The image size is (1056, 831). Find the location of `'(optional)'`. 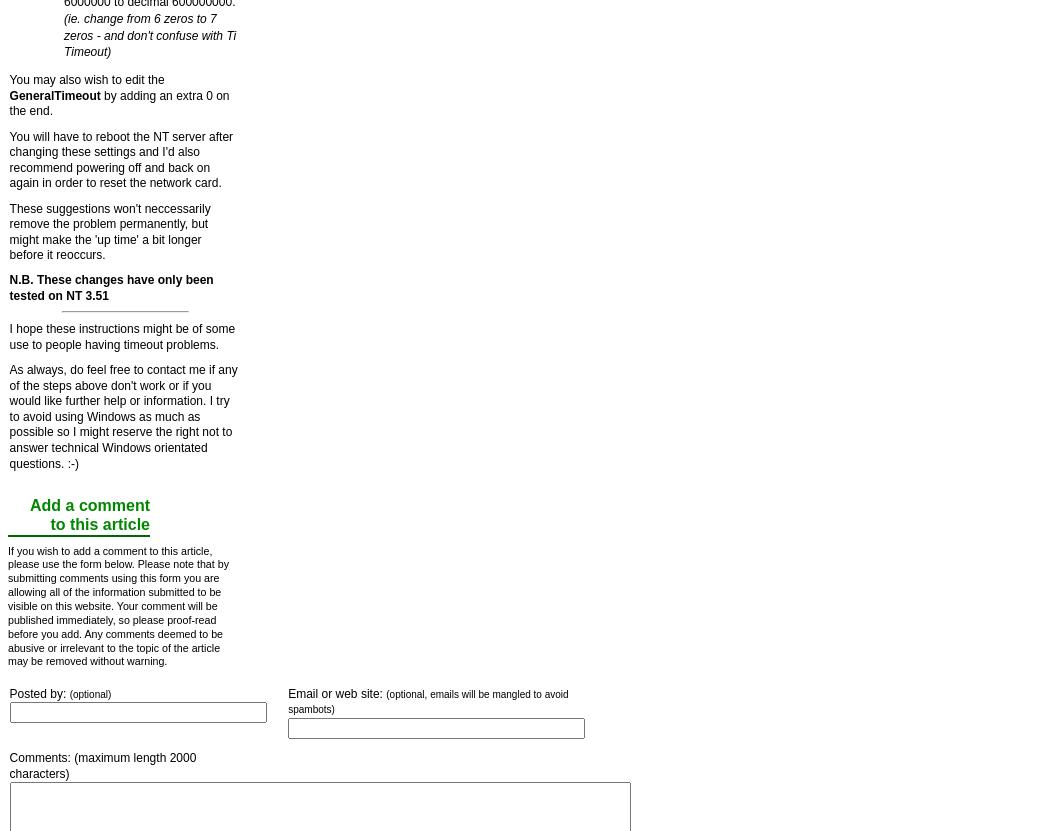

'(optional)' is located at coordinates (88, 692).